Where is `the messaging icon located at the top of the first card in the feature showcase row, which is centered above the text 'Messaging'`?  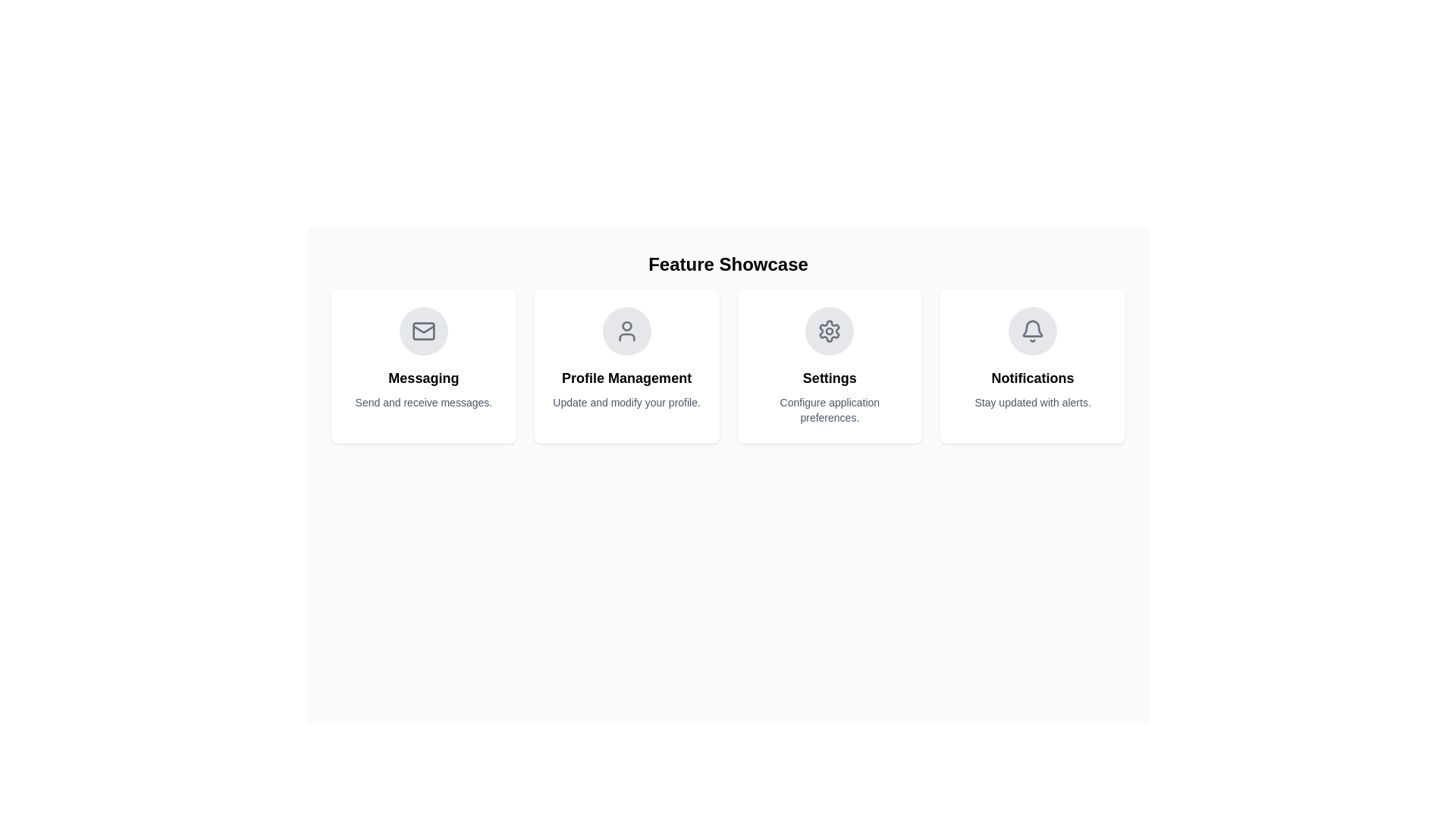 the messaging icon located at the top of the first card in the feature showcase row, which is centered above the text 'Messaging' is located at coordinates (423, 330).